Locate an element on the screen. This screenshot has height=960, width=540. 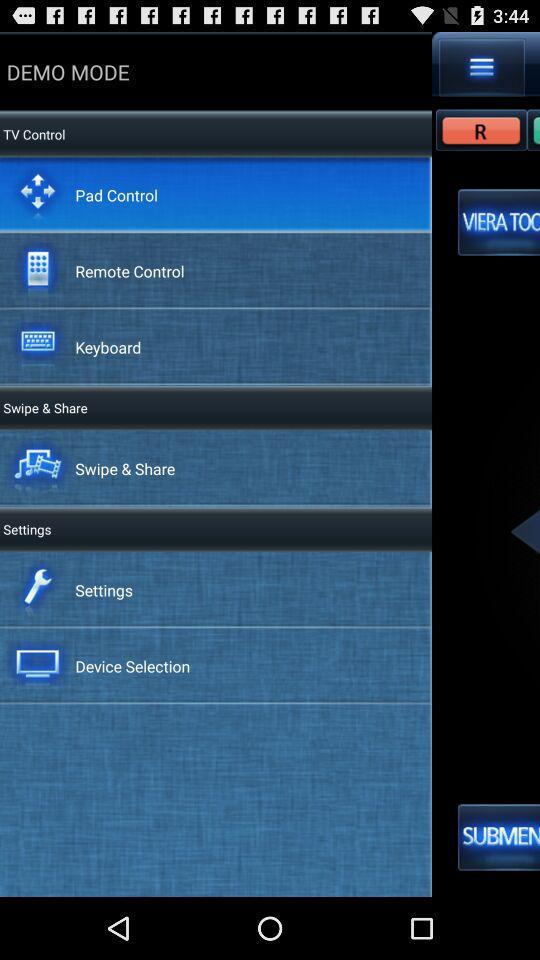
app below demo mode icon is located at coordinates (31, 133).